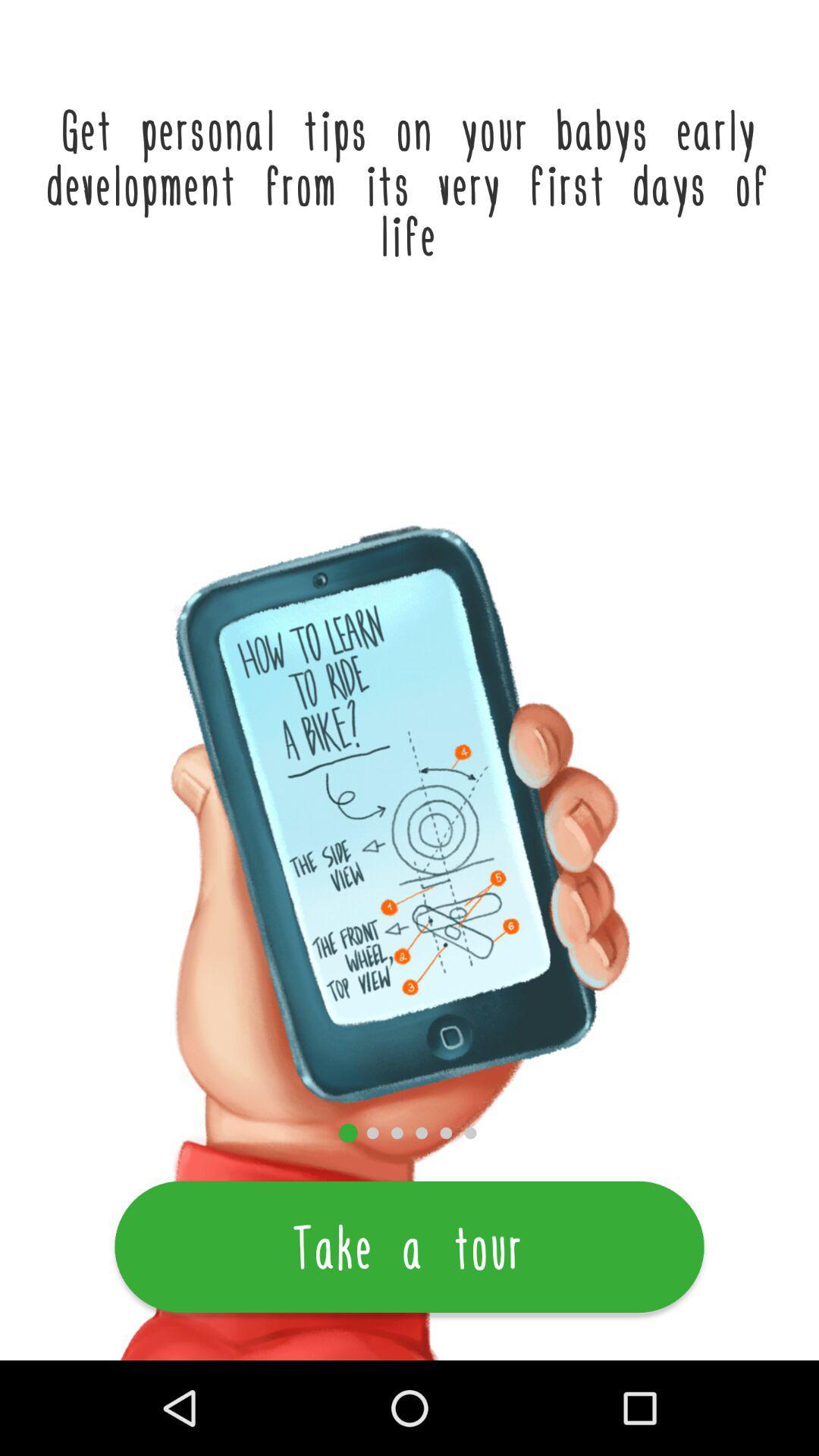 This screenshot has width=819, height=1456. What do you see at coordinates (409, 1247) in the screenshot?
I see `the take a tour icon` at bounding box center [409, 1247].